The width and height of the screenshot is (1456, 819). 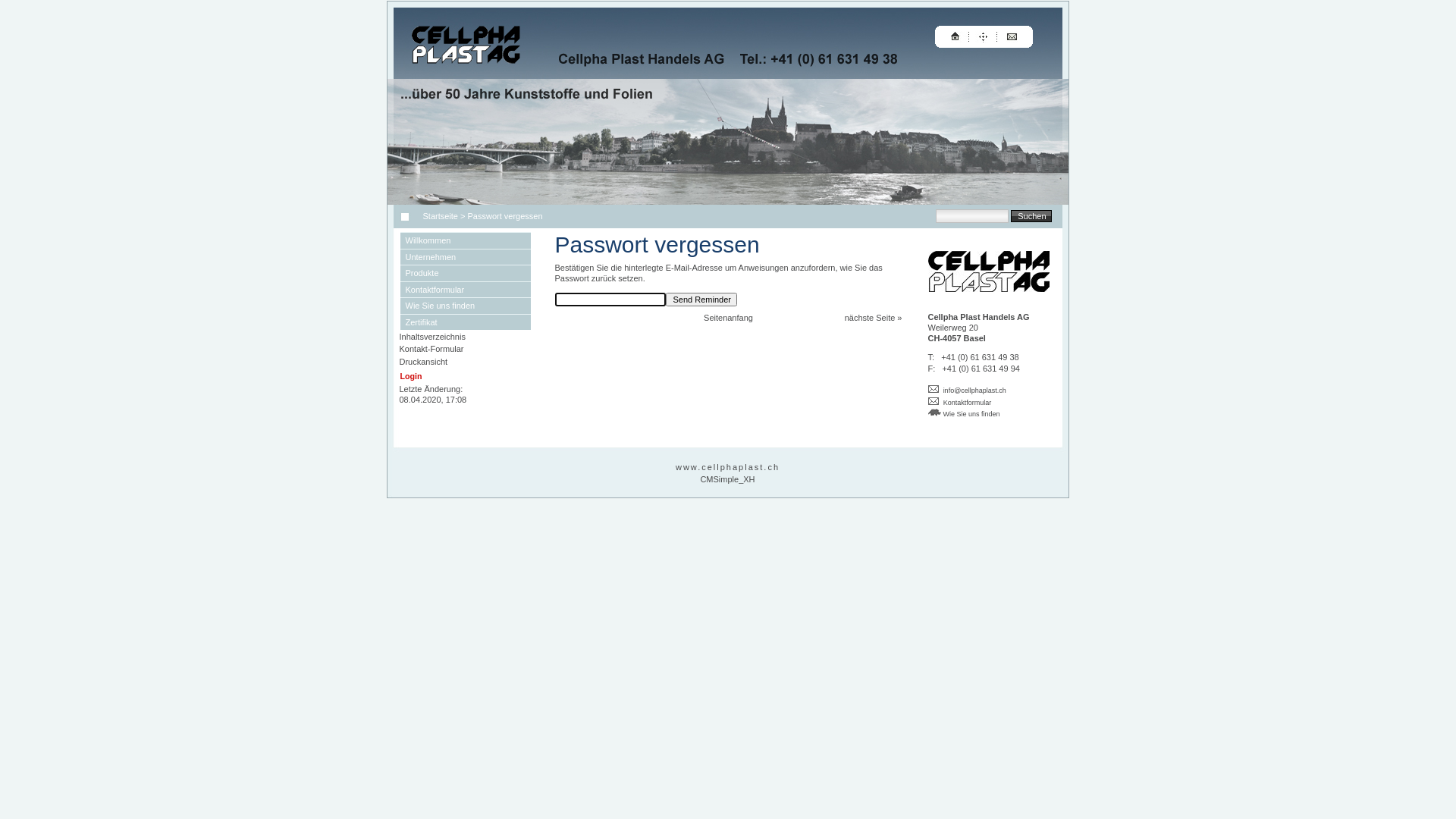 What do you see at coordinates (430, 348) in the screenshot?
I see `'Kontakt-Formular'` at bounding box center [430, 348].